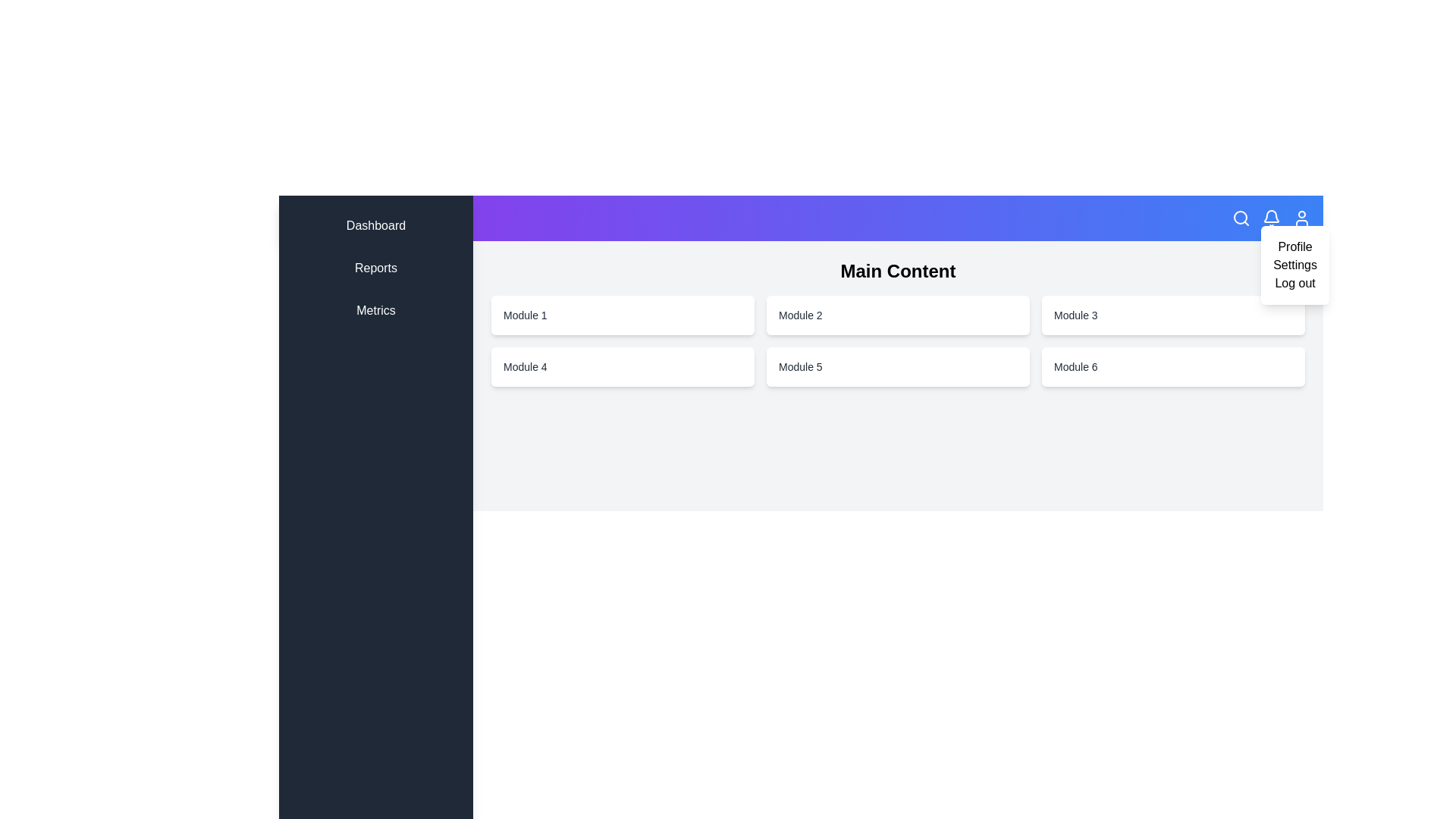 Image resolution: width=1456 pixels, height=819 pixels. Describe the element at coordinates (1294, 284) in the screenshot. I see `the 'Log Out' hyperlink located as the last item in the dropdown menu in the top-right area of the interface to change its appearance` at that location.